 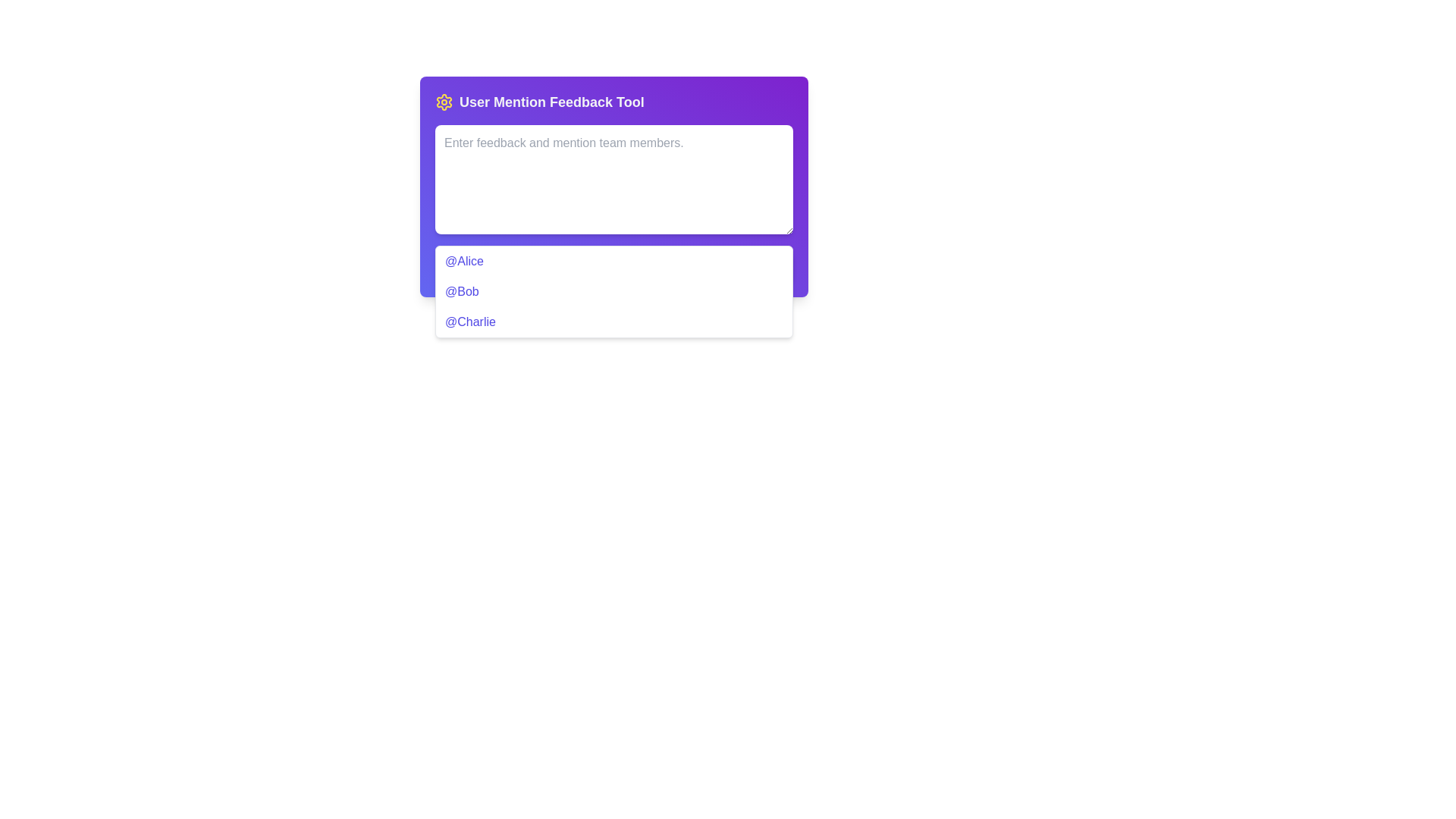 I want to click on the yellow circular gear icon with detailed inner cut patterns, so click(x=443, y=102).